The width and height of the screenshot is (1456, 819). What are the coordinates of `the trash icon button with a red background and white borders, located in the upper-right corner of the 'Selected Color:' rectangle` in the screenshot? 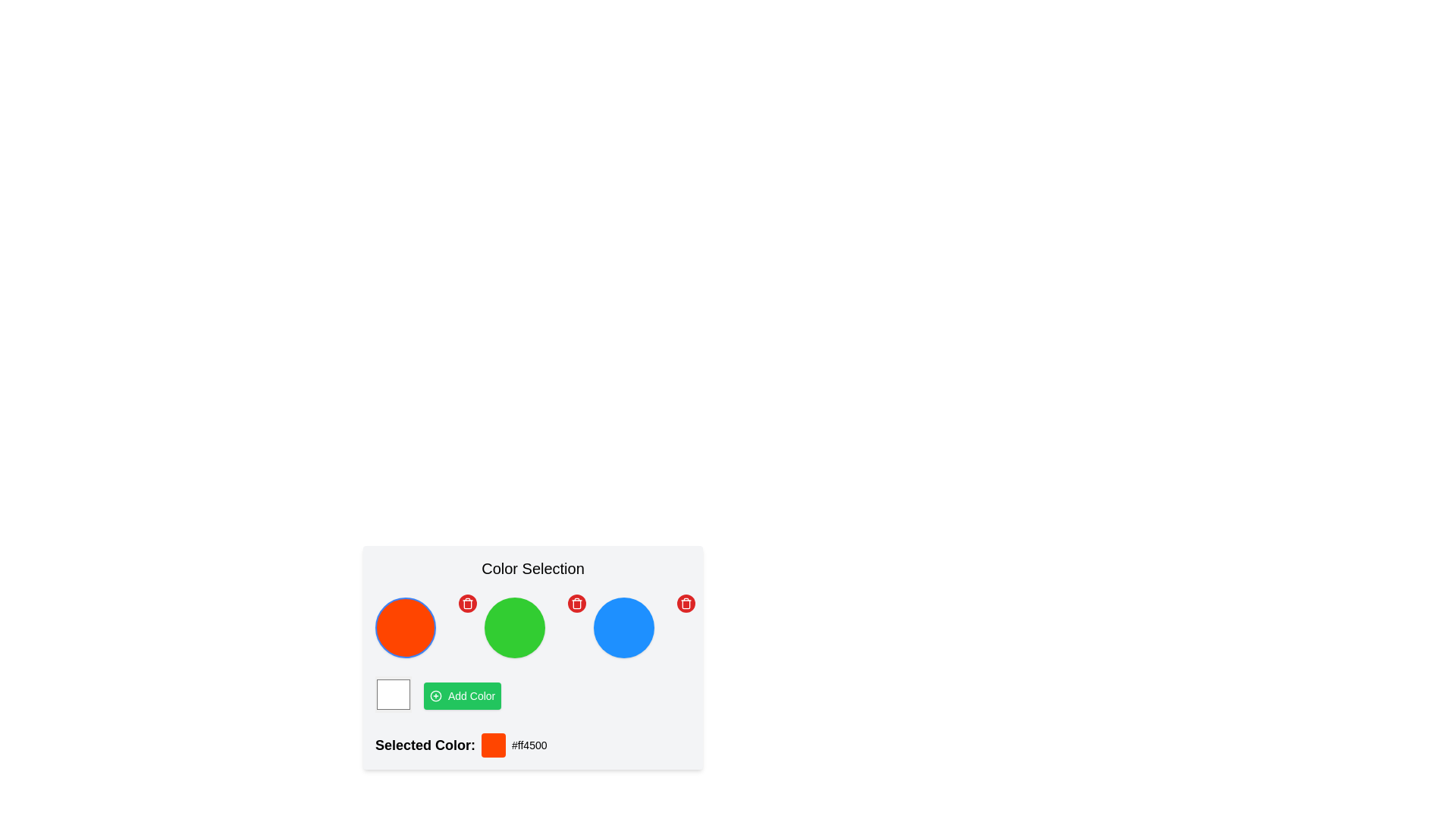 It's located at (467, 602).